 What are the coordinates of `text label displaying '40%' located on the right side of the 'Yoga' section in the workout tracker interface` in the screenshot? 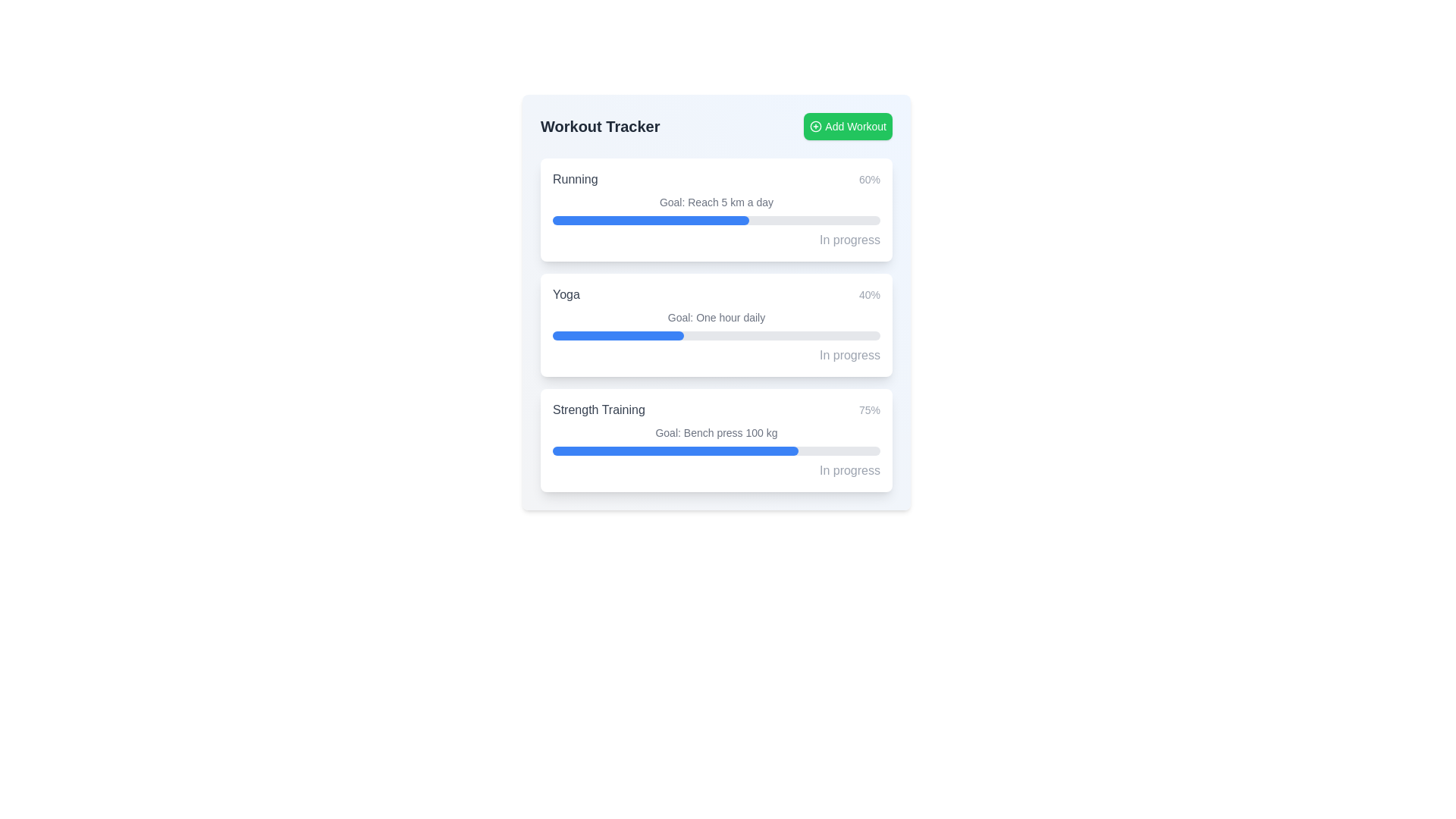 It's located at (870, 295).